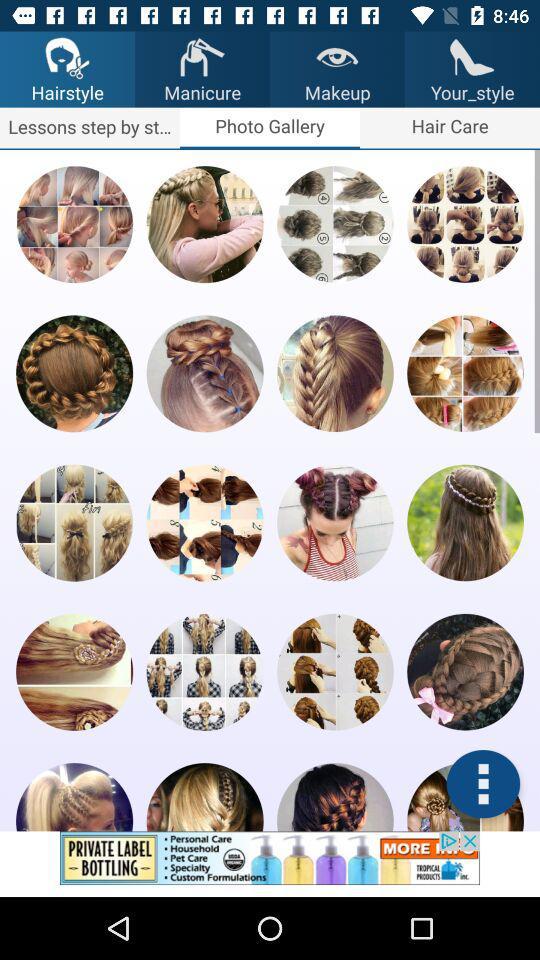 This screenshot has width=540, height=960. Describe the element at coordinates (204, 797) in the screenshot. I see `photo editing app` at that location.